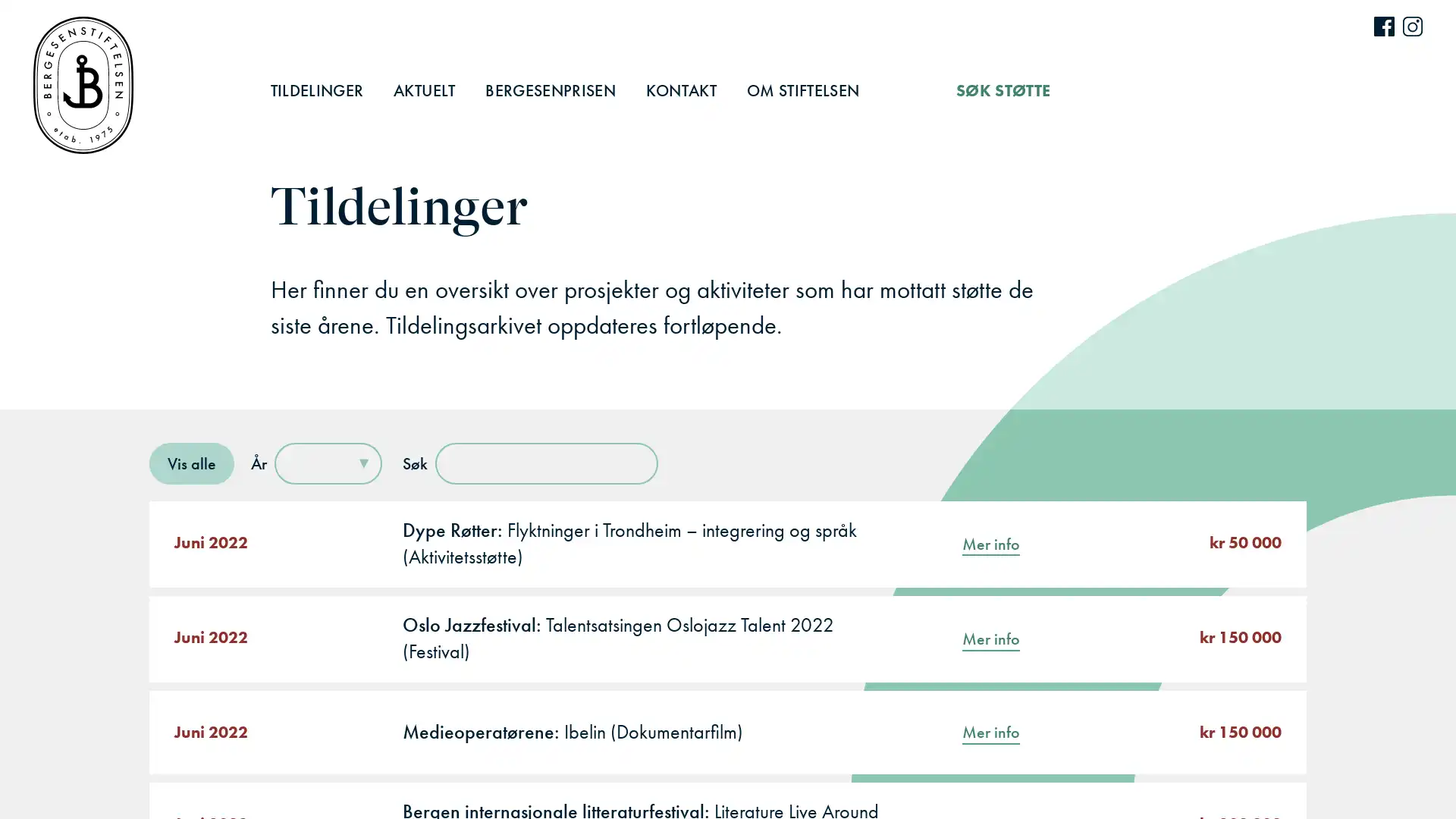  I want to click on Vis alle, so click(190, 462).